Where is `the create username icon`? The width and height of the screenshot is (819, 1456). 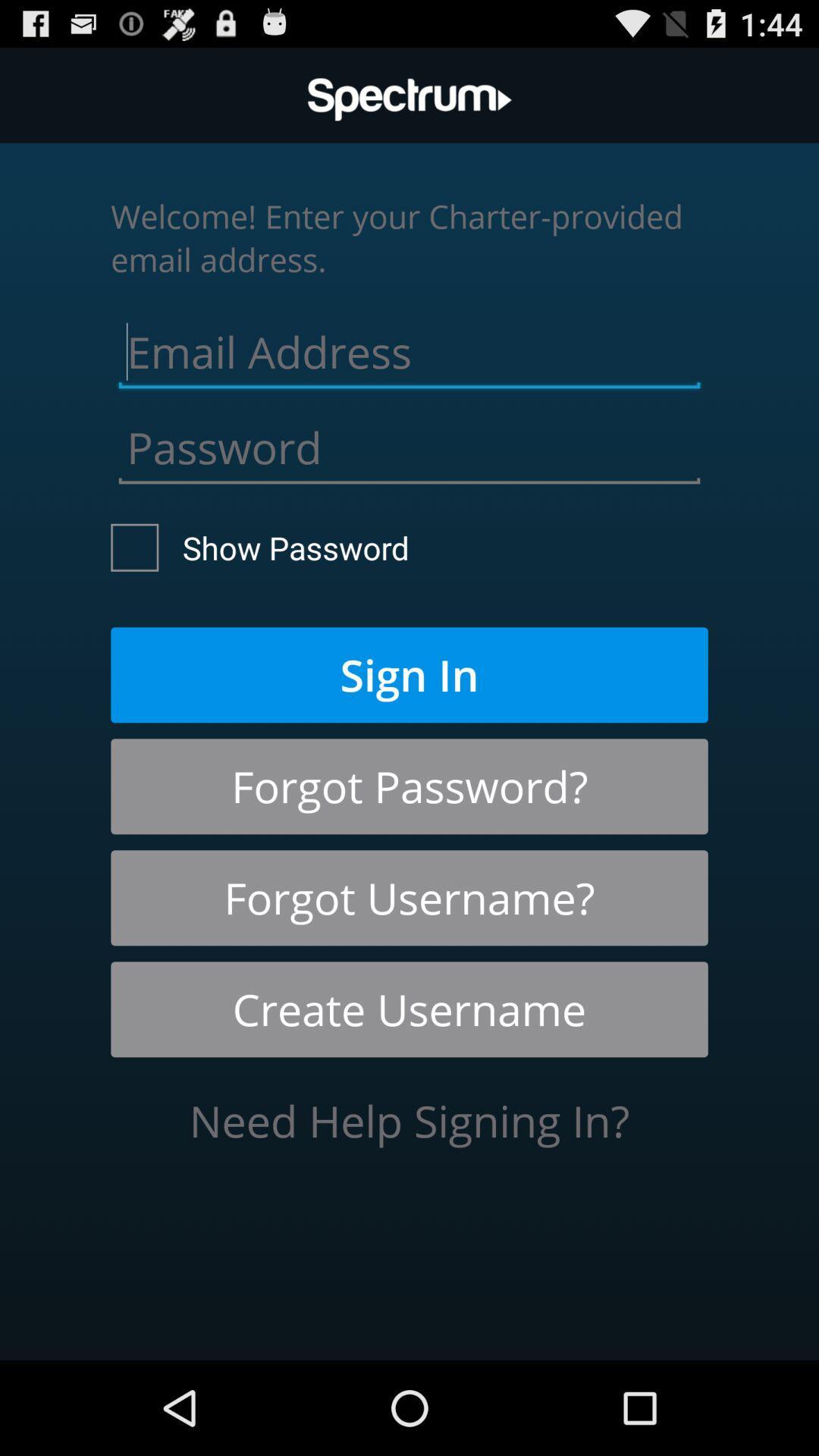 the create username icon is located at coordinates (409, 1009).